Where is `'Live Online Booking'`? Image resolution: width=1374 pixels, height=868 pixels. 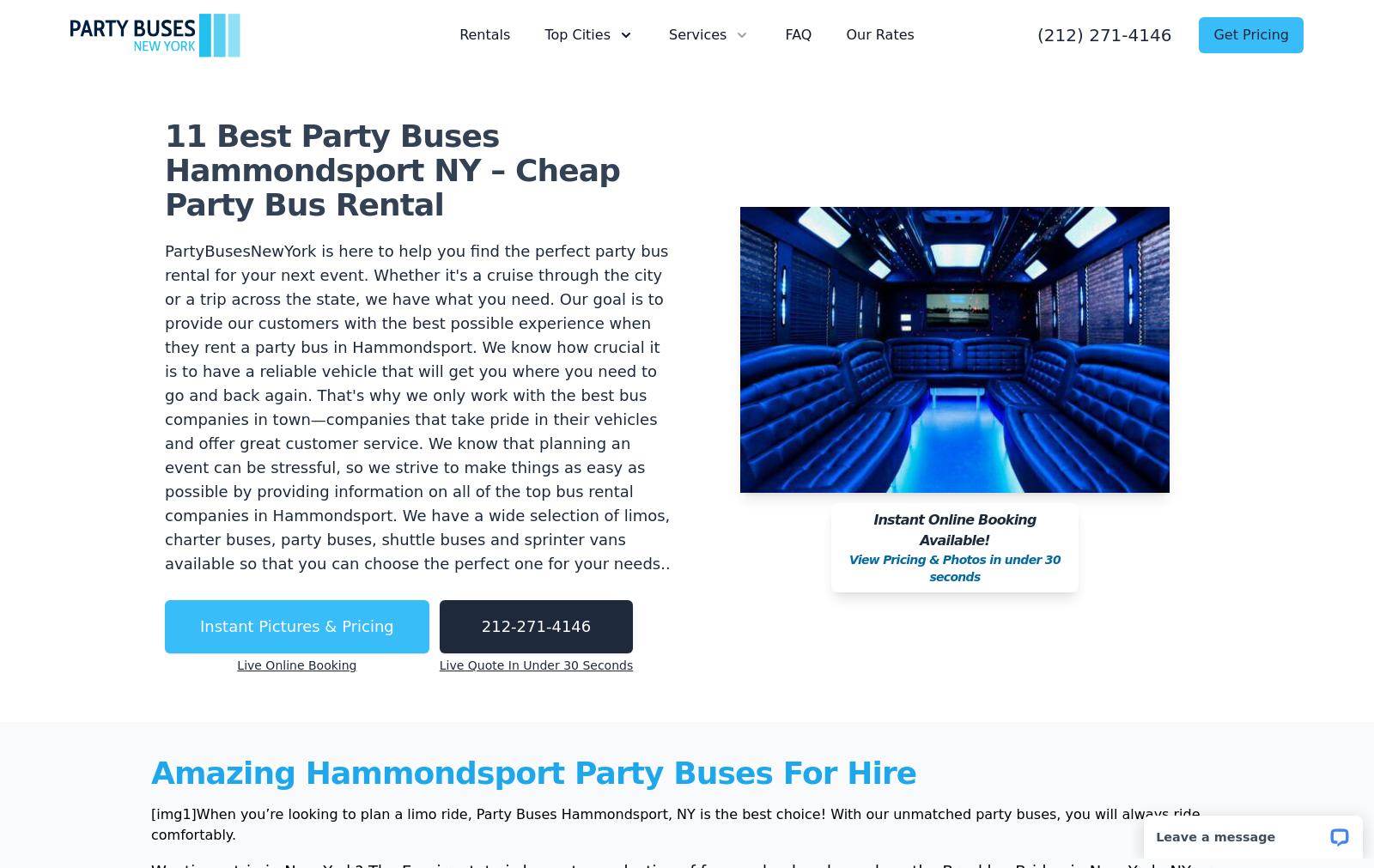 'Live Online Booking' is located at coordinates (237, 664).